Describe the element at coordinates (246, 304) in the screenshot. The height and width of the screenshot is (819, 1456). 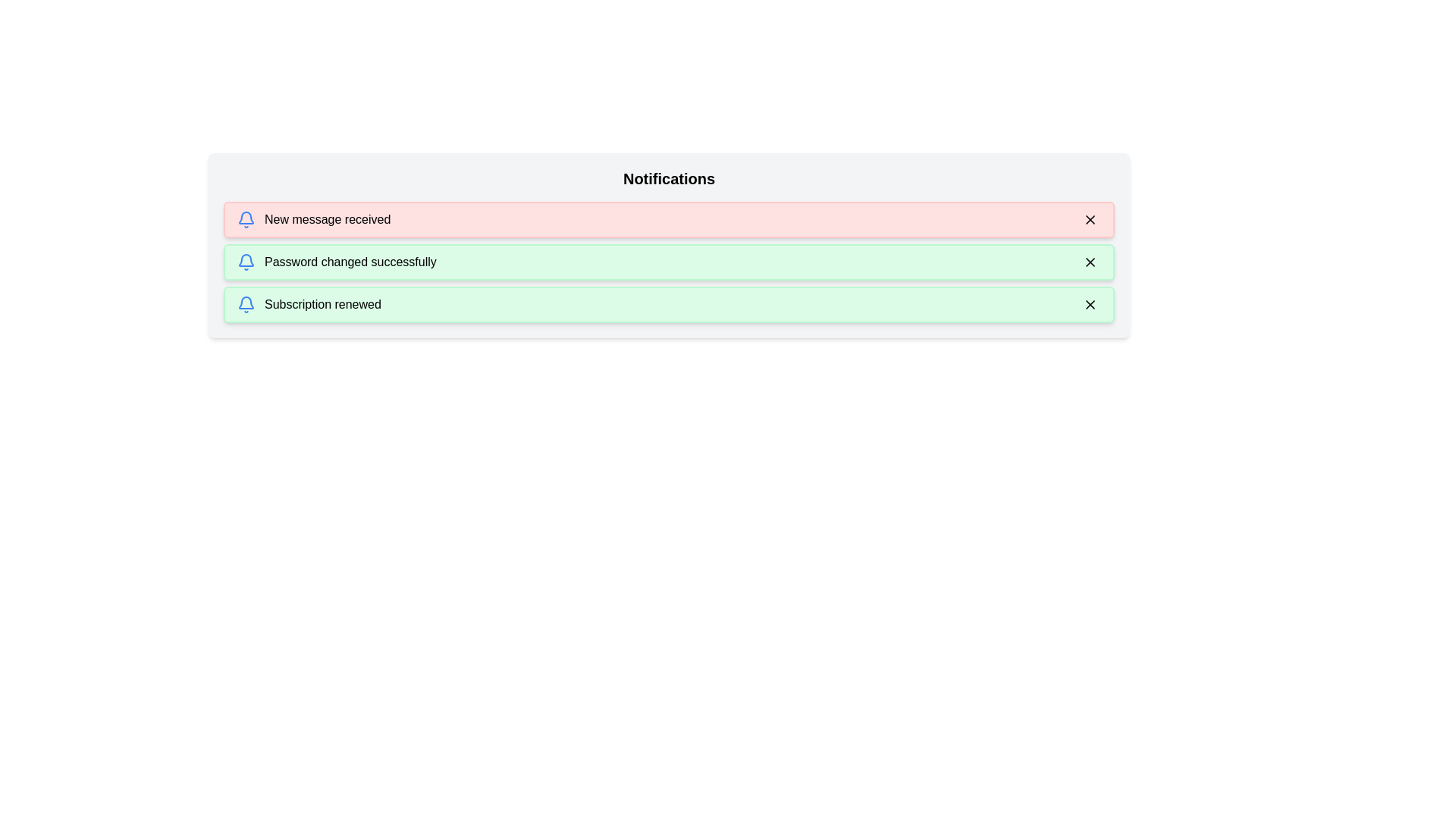
I see `the bell icon in the third row of notifications` at that location.